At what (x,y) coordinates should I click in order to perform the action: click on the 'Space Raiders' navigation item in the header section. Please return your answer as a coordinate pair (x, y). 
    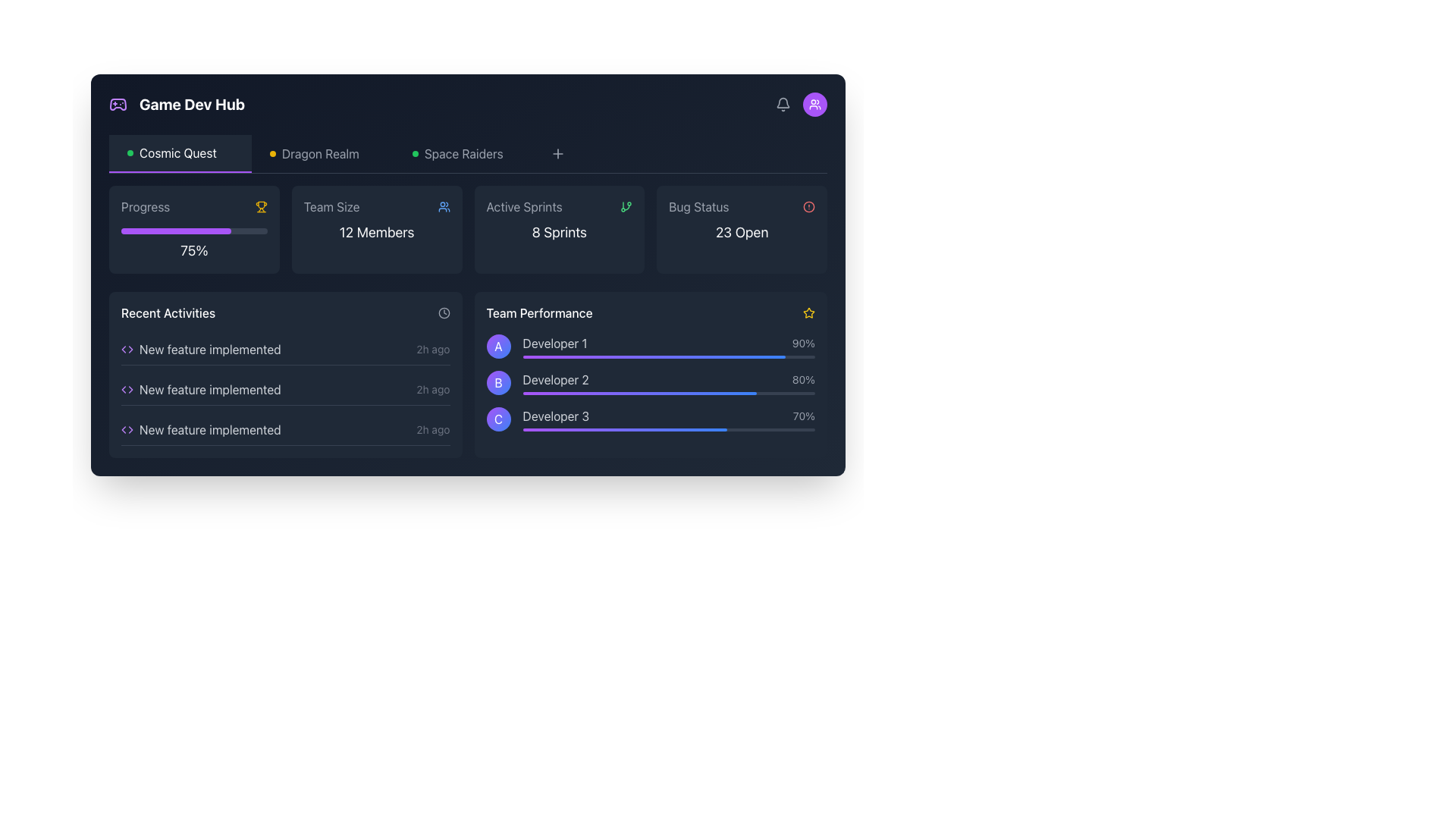
    Looking at the image, I should click on (465, 154).